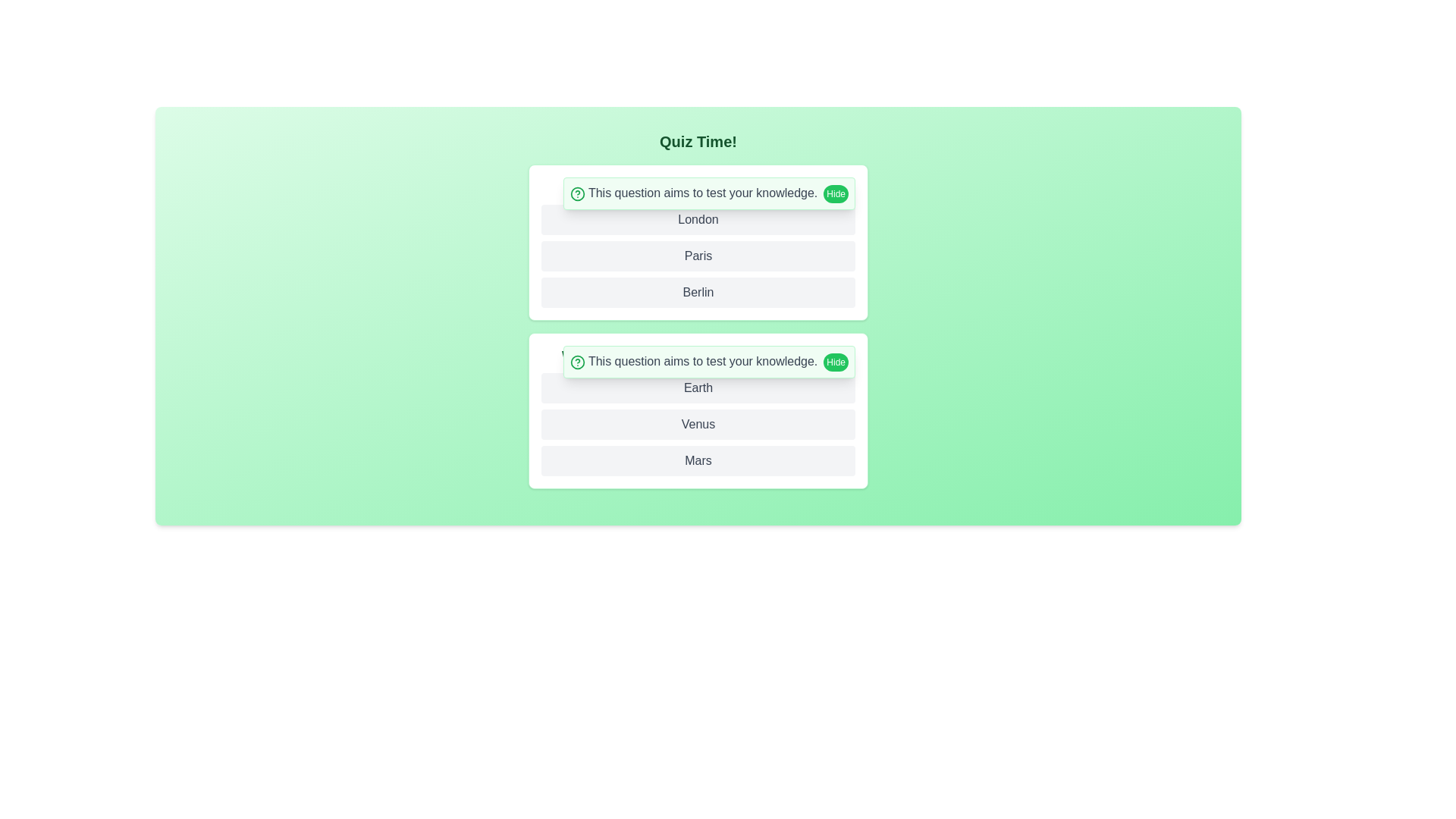 The height and width of the screenshot is (819, 1456). Describe the element at coordinates (698, 460) in the screenshot. I see `the 'Mars' button, which is the third option in a vertically stacked group of three elements under a quiz question` at that location.